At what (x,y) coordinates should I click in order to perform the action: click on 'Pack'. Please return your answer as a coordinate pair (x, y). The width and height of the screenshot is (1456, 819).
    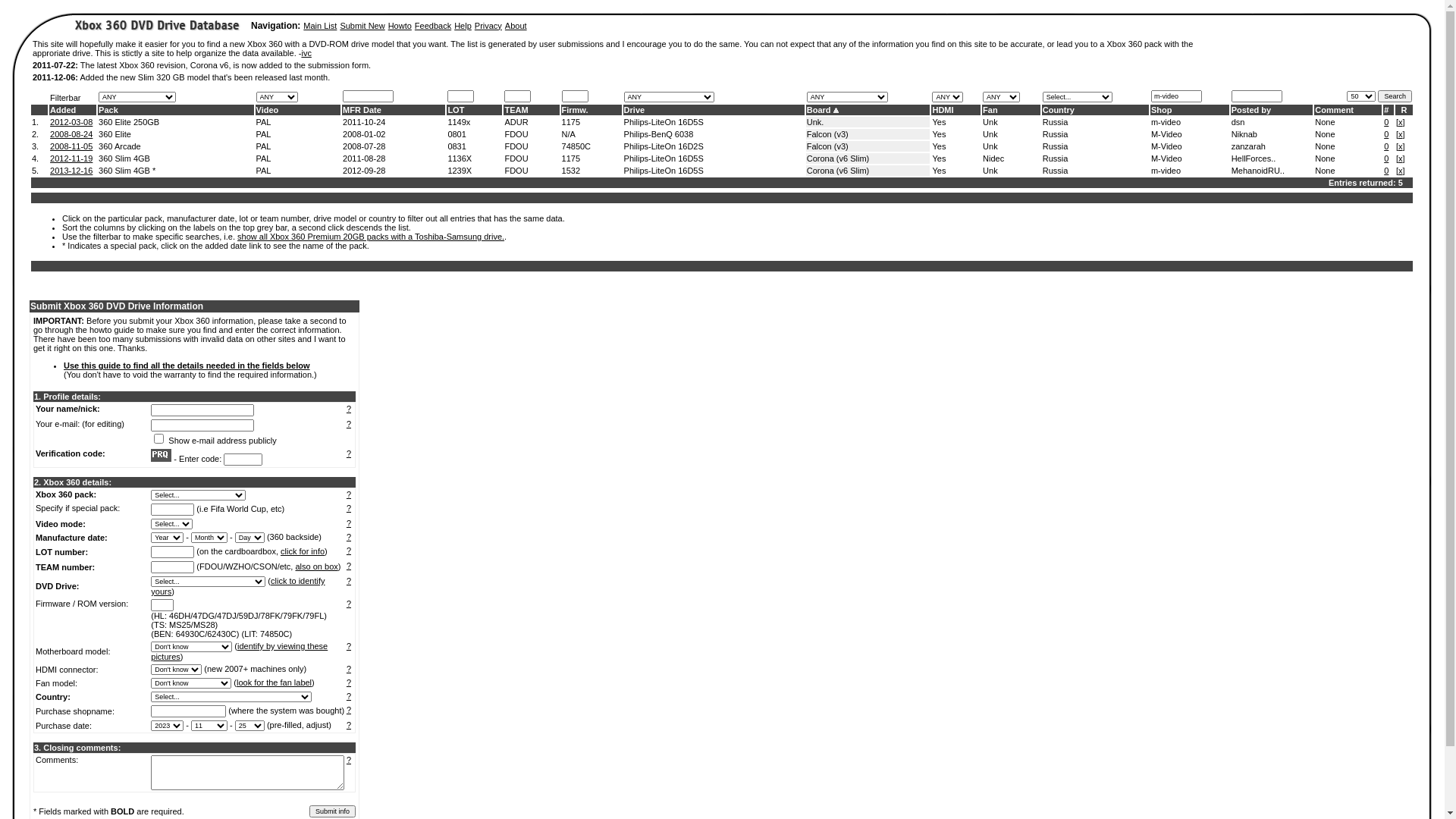
    Looking at the image, I should click on (108, 109).